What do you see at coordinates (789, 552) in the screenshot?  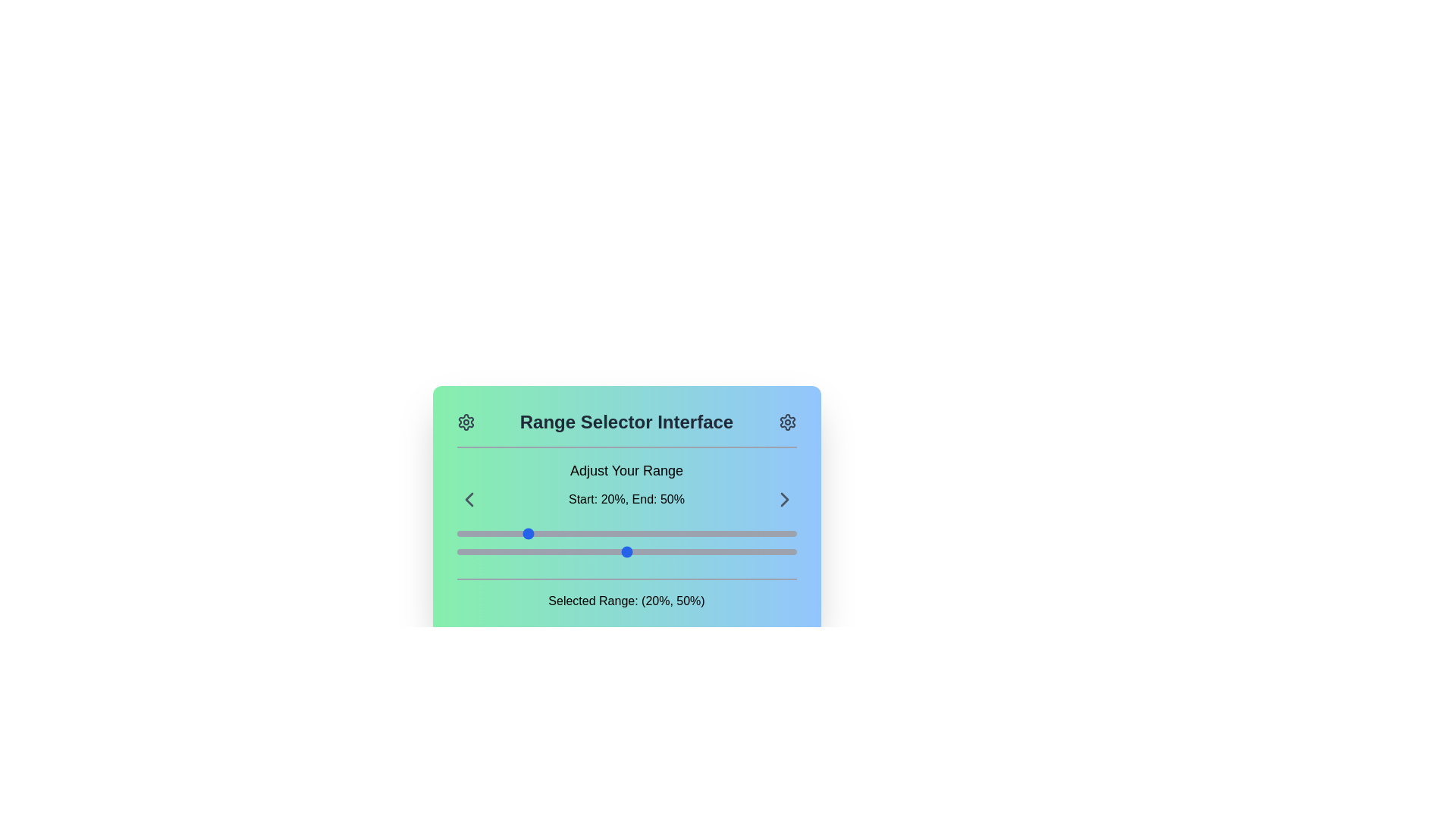 I see `the slider value` at bounding box center [789, 552].